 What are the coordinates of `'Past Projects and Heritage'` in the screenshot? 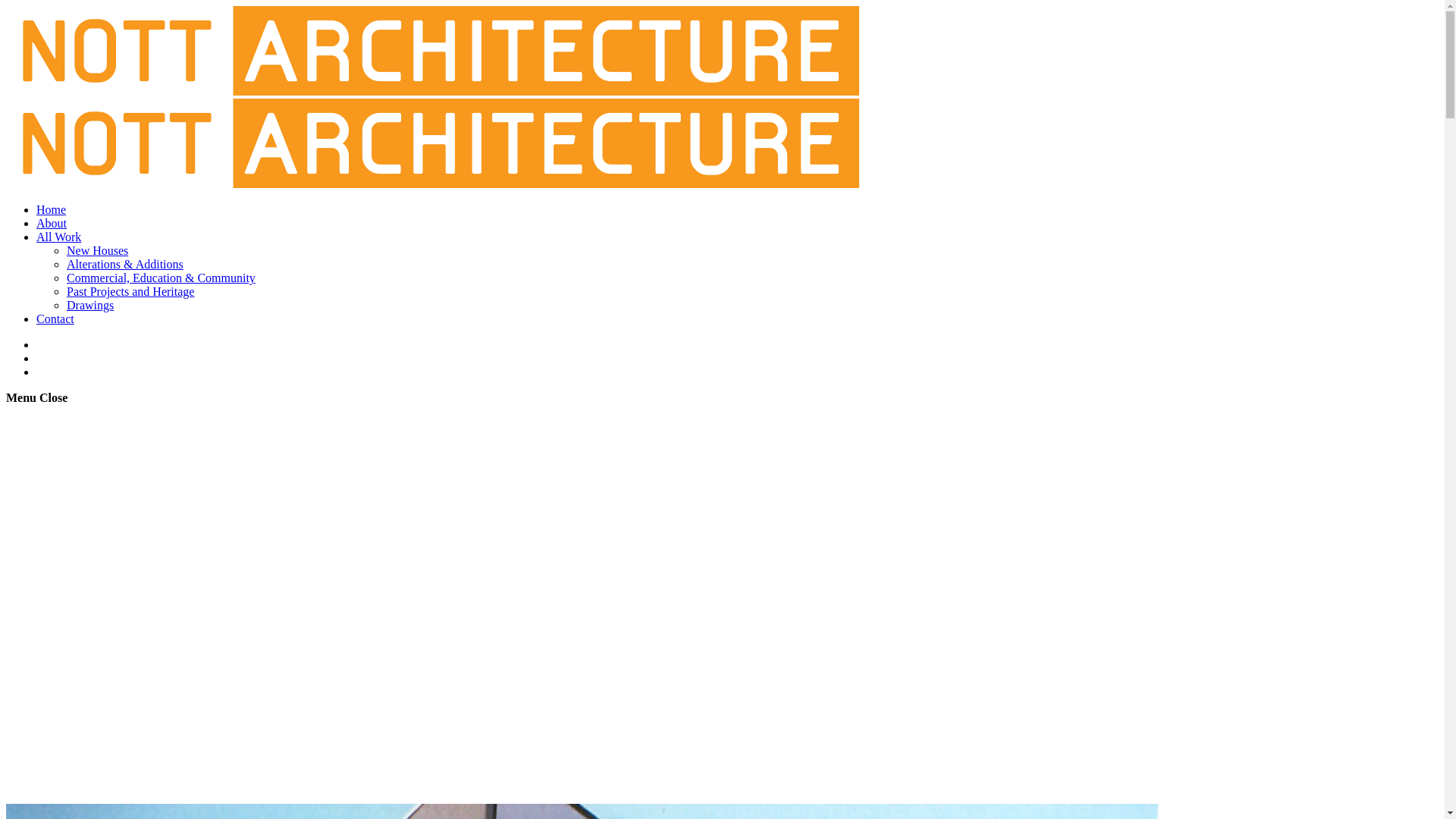 It's located at (65, 291).